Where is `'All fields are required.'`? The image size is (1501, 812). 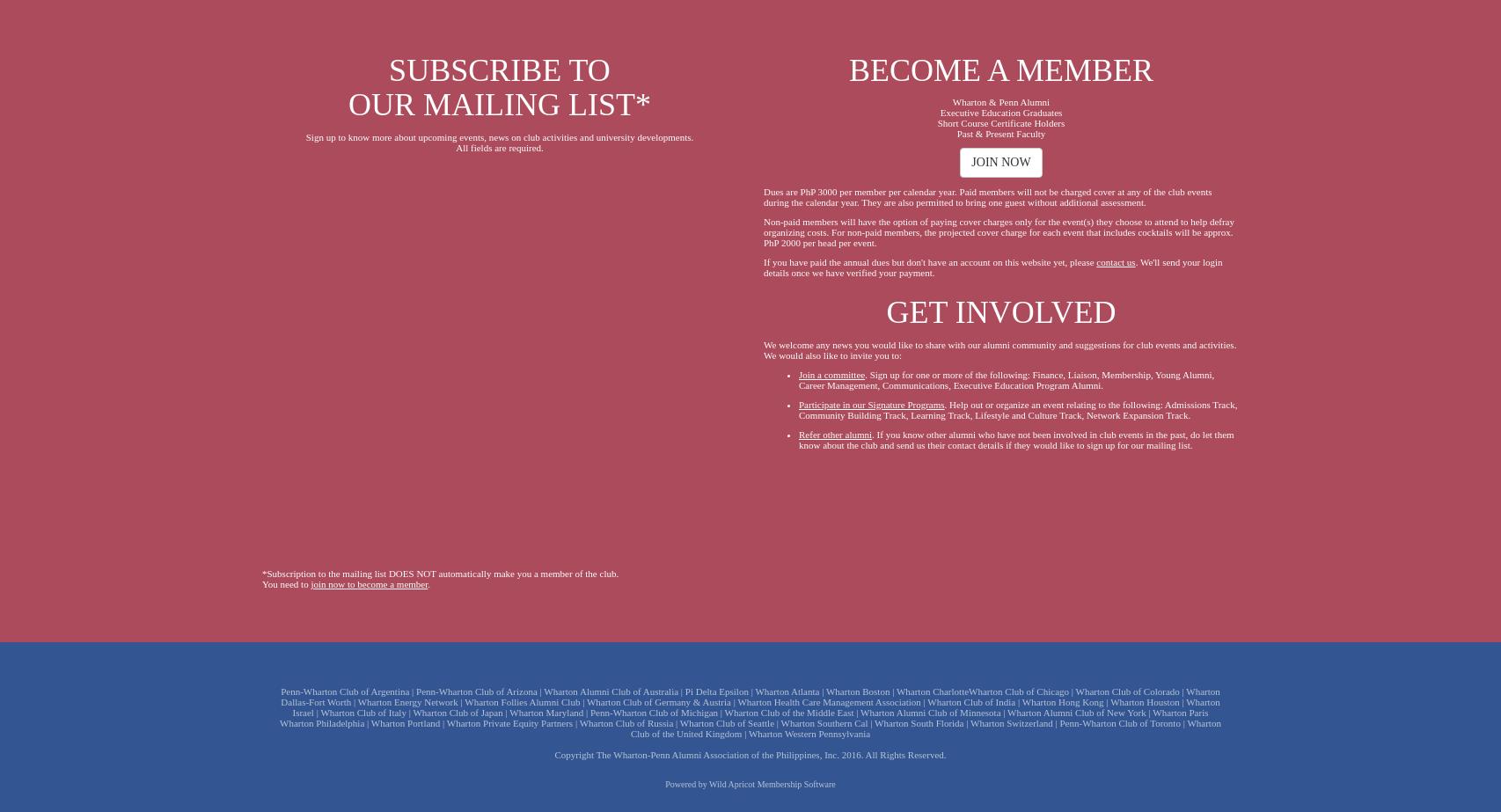 'All fields are required.' is located at coordinates (498, 146).